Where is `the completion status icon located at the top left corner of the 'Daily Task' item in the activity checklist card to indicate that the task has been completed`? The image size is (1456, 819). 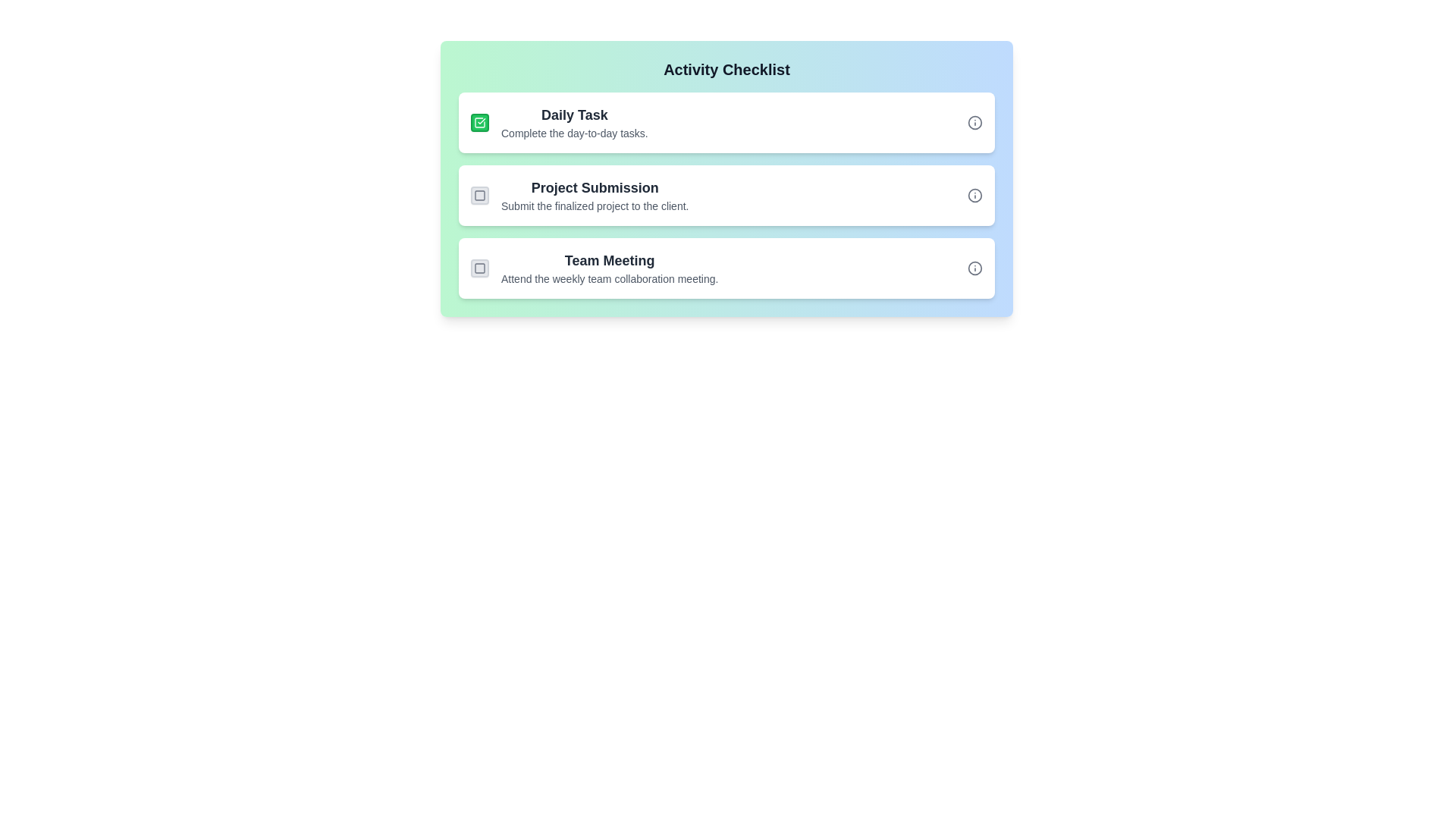
the completion status icon located at the top left corner of the 'Daily Task' item in the activity checklist card to indicate that the task has been completed is located at coordinates (479, 122).